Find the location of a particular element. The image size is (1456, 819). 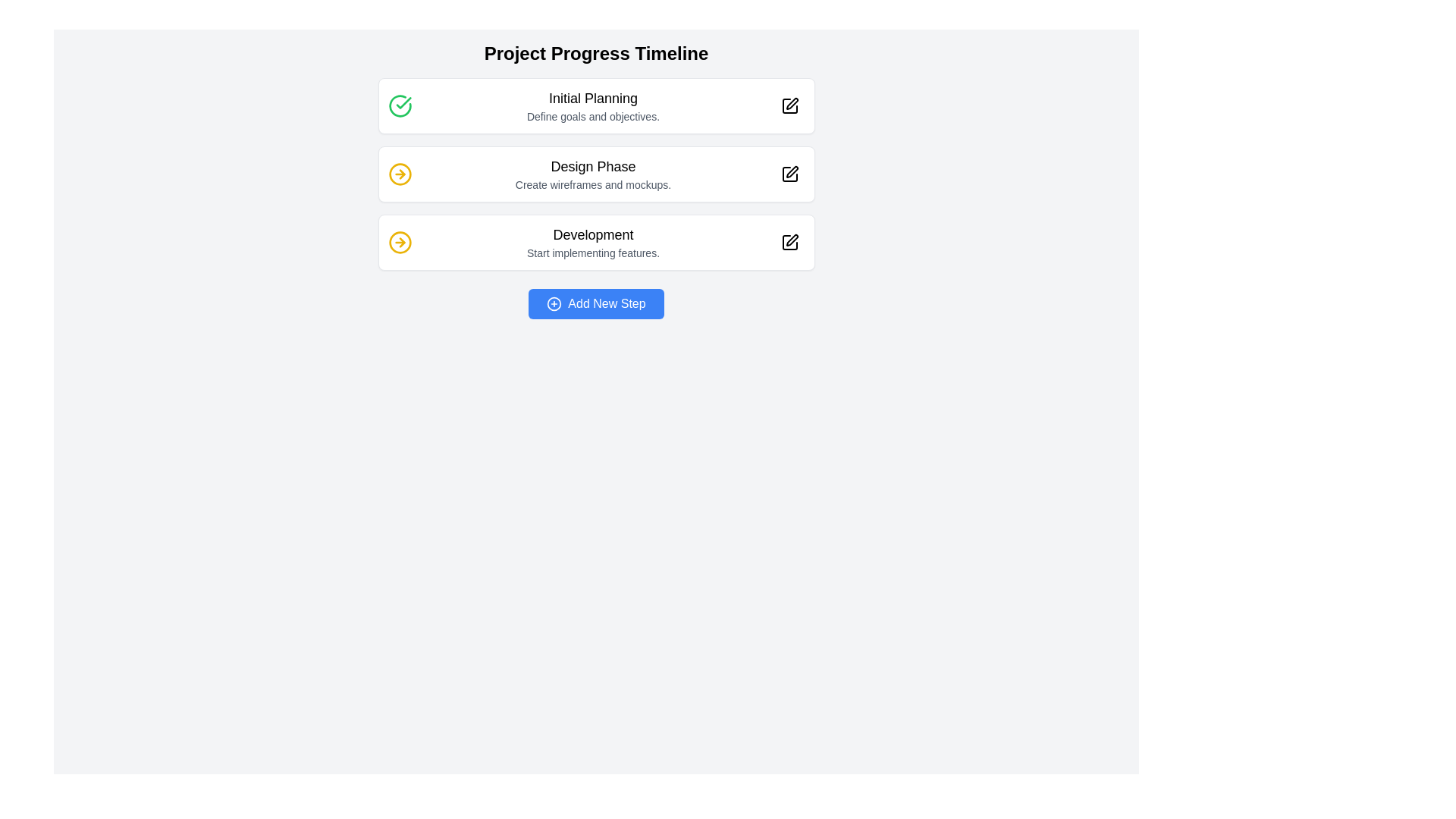

the completion indicator icon located on the left side of the 'Initial Planning' card in the 'Project Progress Timeline' section to check its state indication is located at coordinates (400, 105).